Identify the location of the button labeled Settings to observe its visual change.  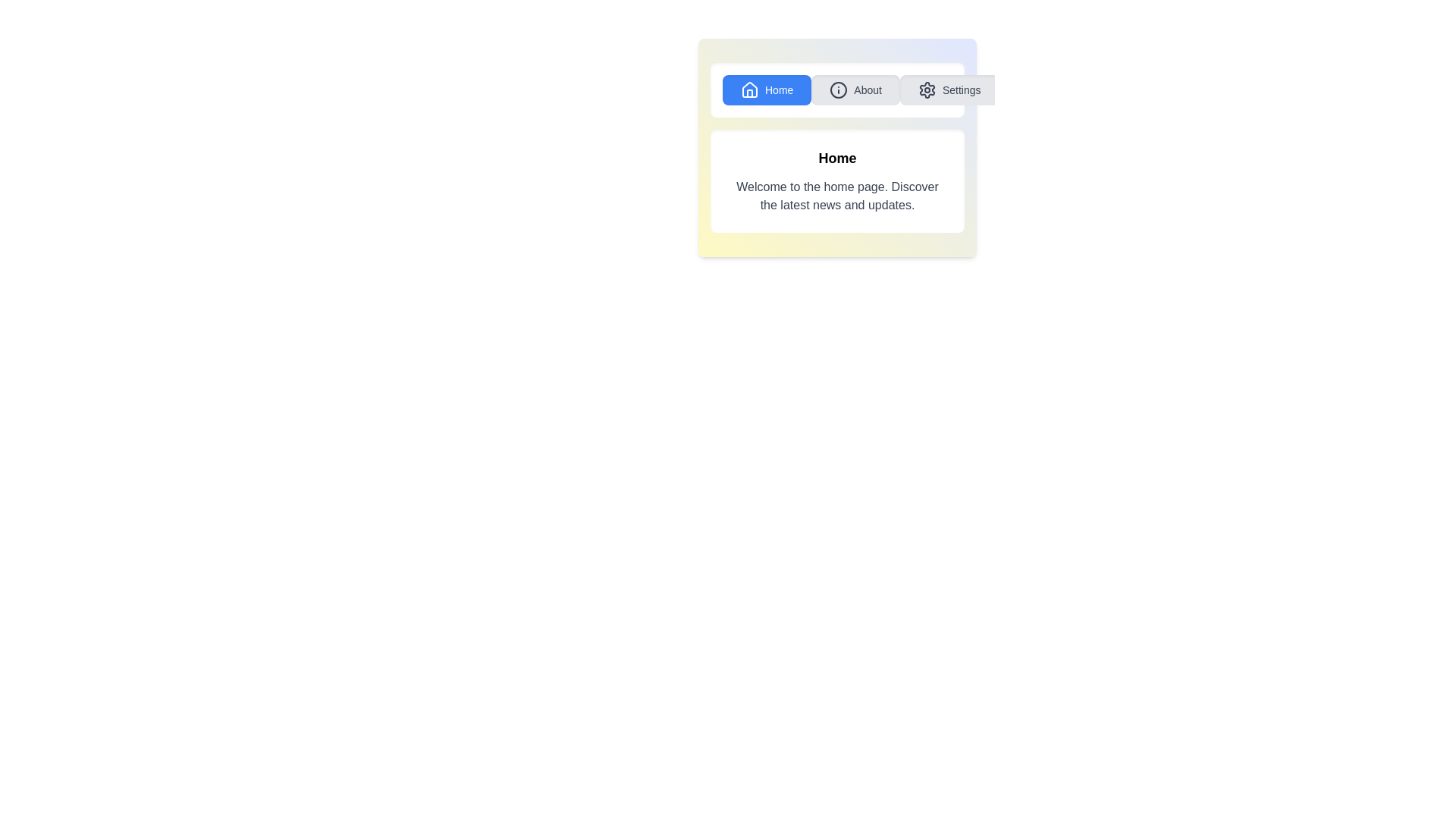
(949, 90).